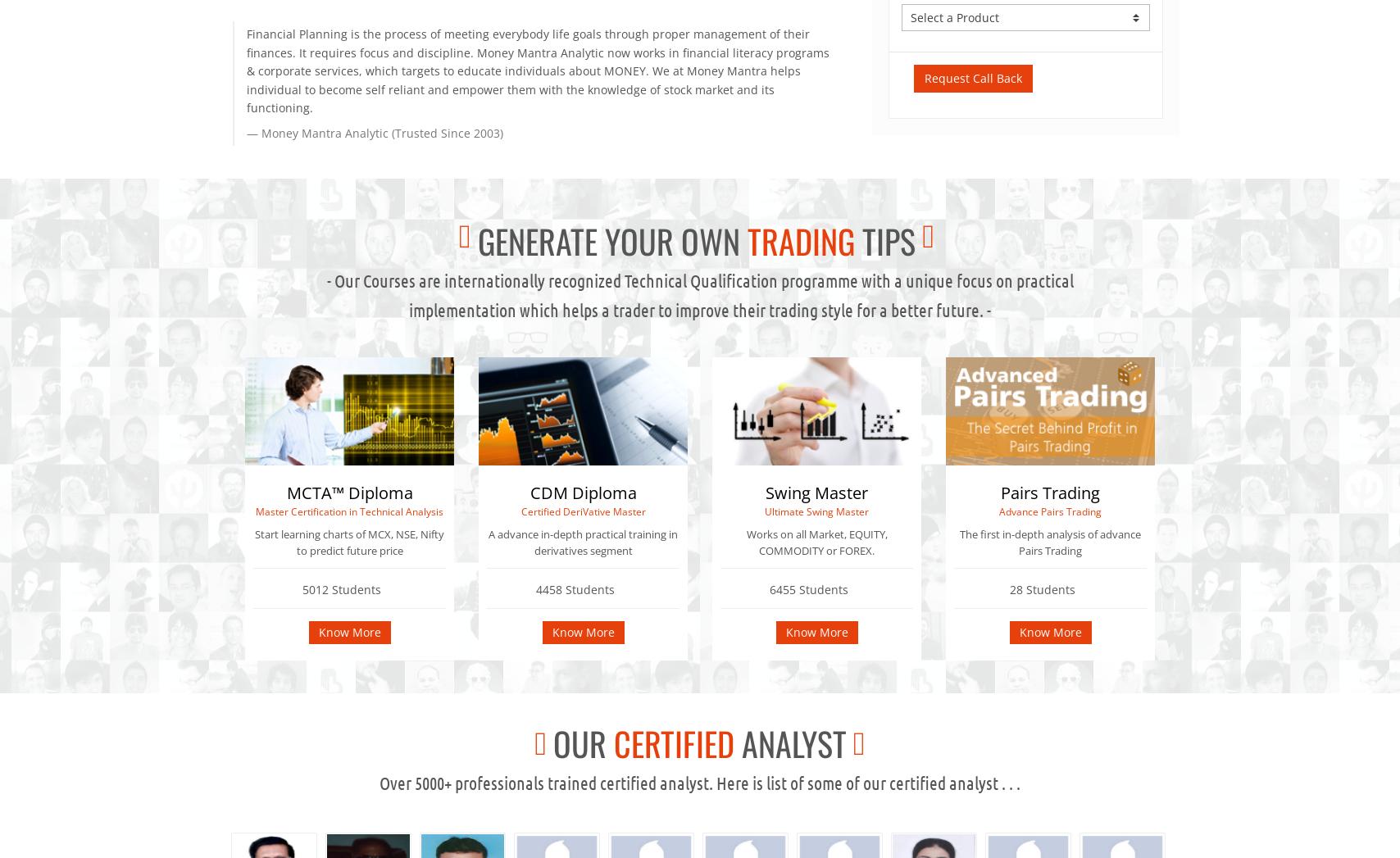  Describe the element at coordinates (349, 542) in the screenshot. I see `'Start learning charts of MCX, NSE, Nifty to predict future price'` at that location.